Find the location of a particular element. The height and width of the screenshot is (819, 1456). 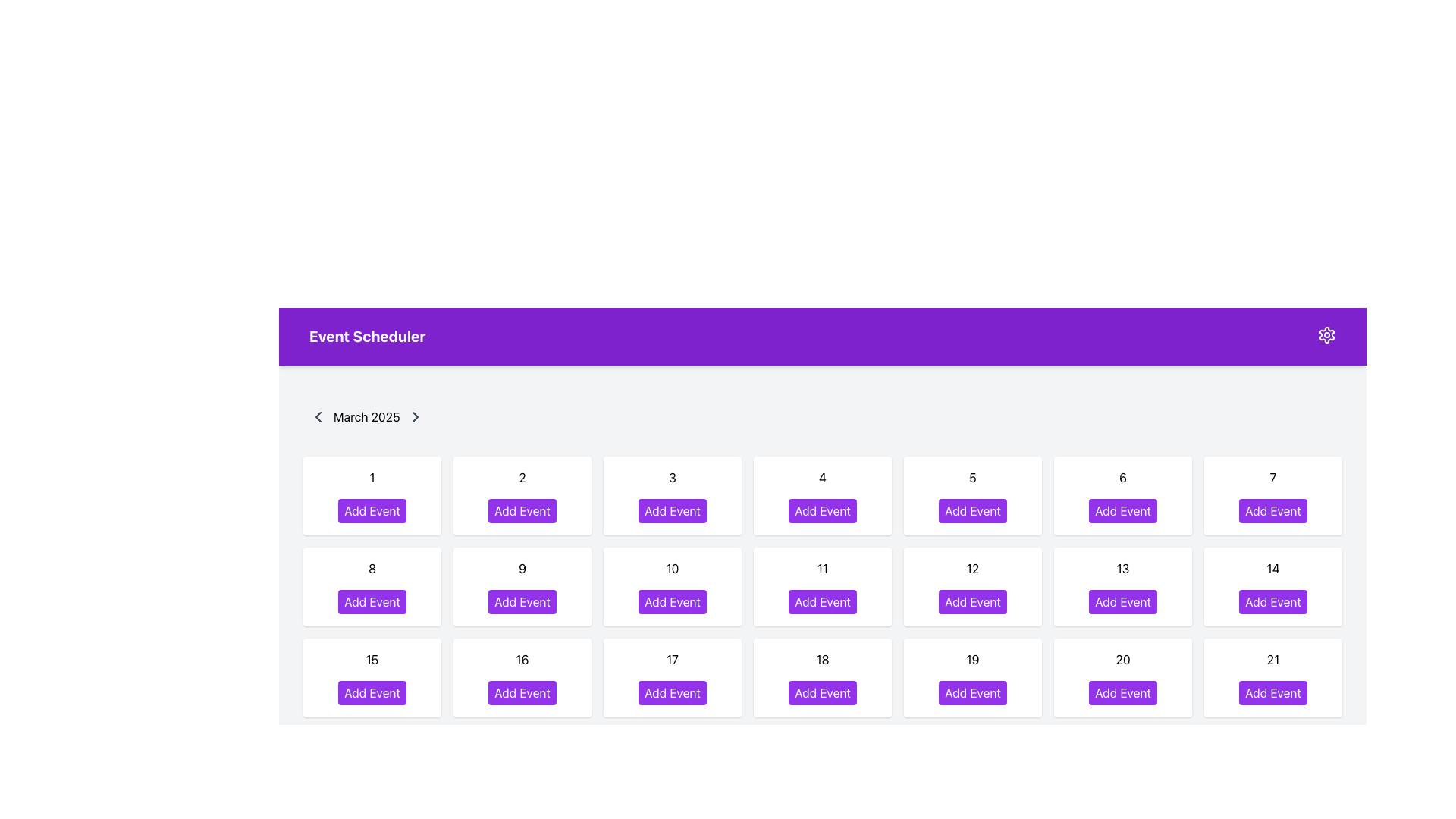

the 'Add Event' button, which is a rectangular button with rounded corners located in the fourth column of the top row of the calendar grid, positioned below the numeric label '4' is located at coordinates (821, 511).